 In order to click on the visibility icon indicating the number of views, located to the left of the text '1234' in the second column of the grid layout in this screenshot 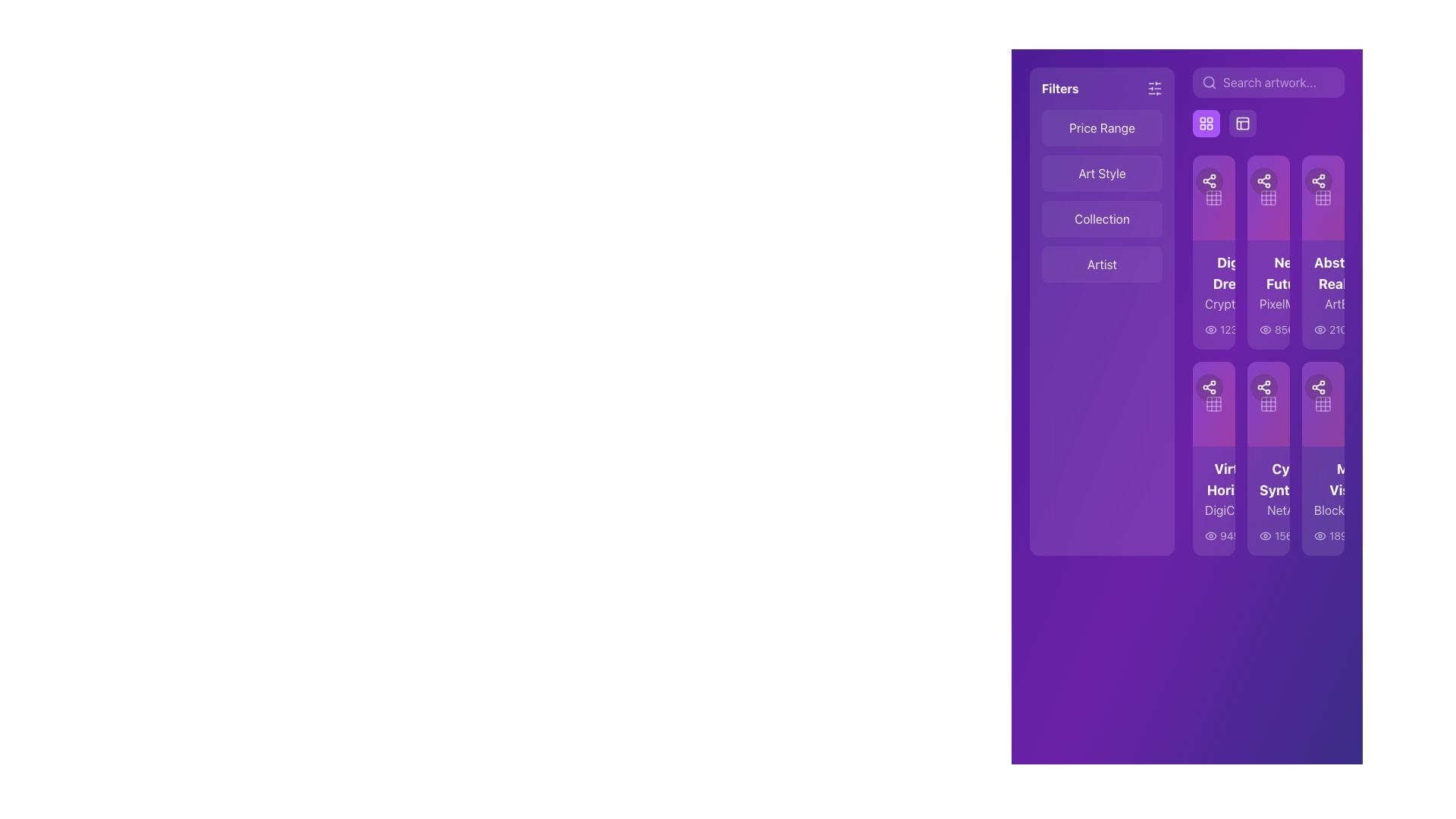, I will do `click(1210, 329)`.